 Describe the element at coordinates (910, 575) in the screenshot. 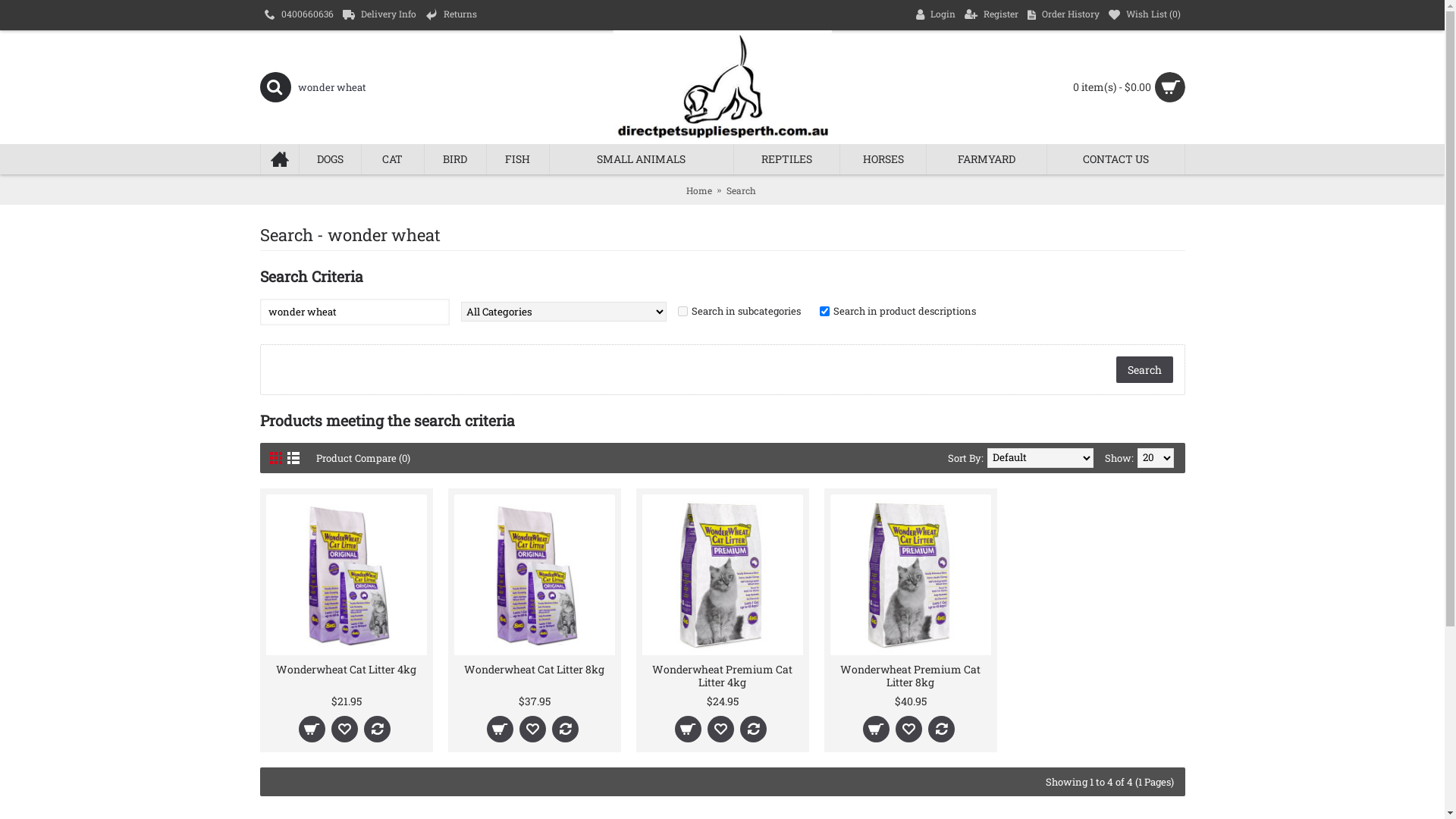

I see `'Wonderwheat Premium Cat Litter 8kg'` at that location.